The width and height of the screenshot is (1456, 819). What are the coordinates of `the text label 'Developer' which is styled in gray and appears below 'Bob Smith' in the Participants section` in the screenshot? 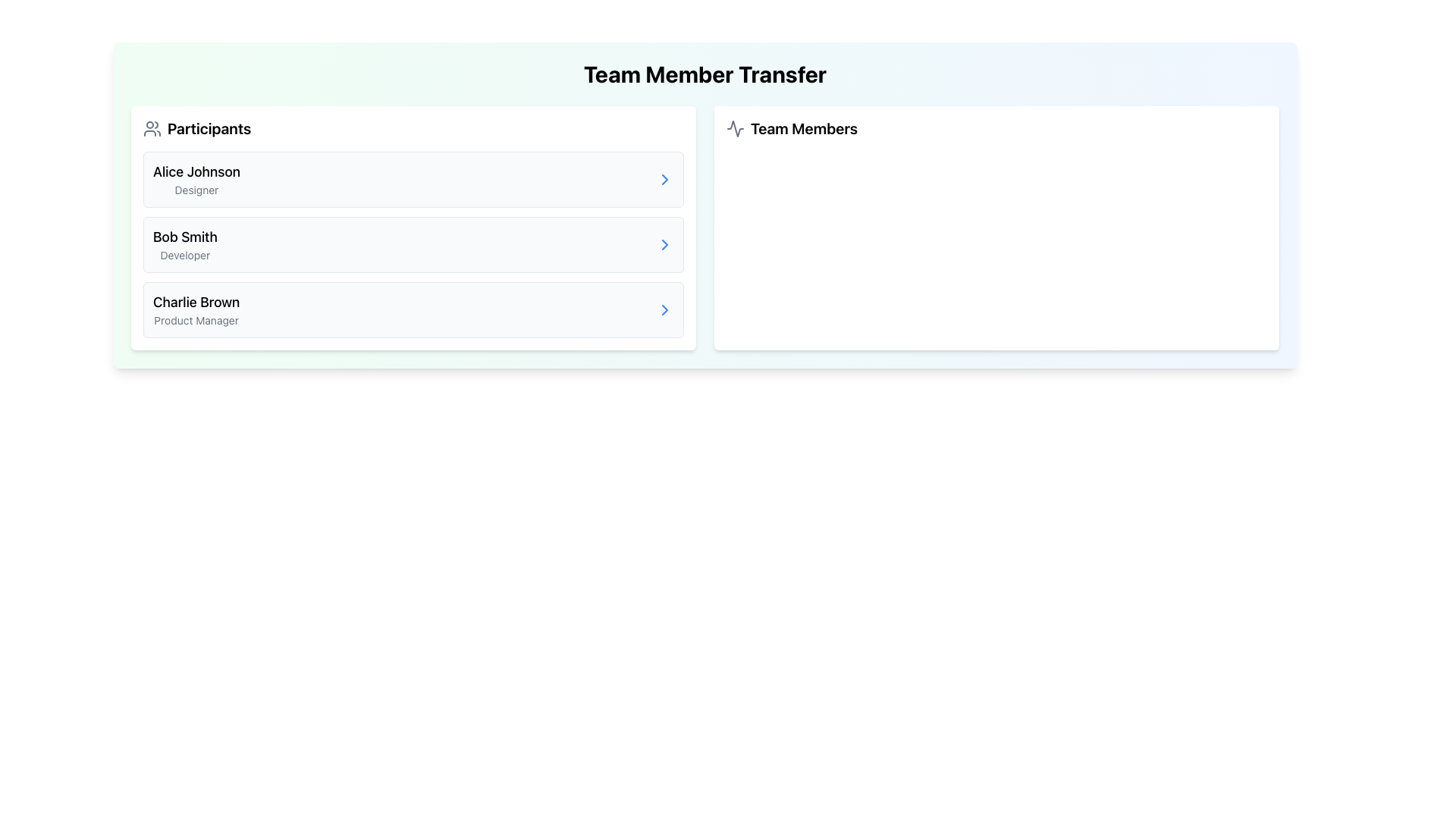 It's located at (184, 254).